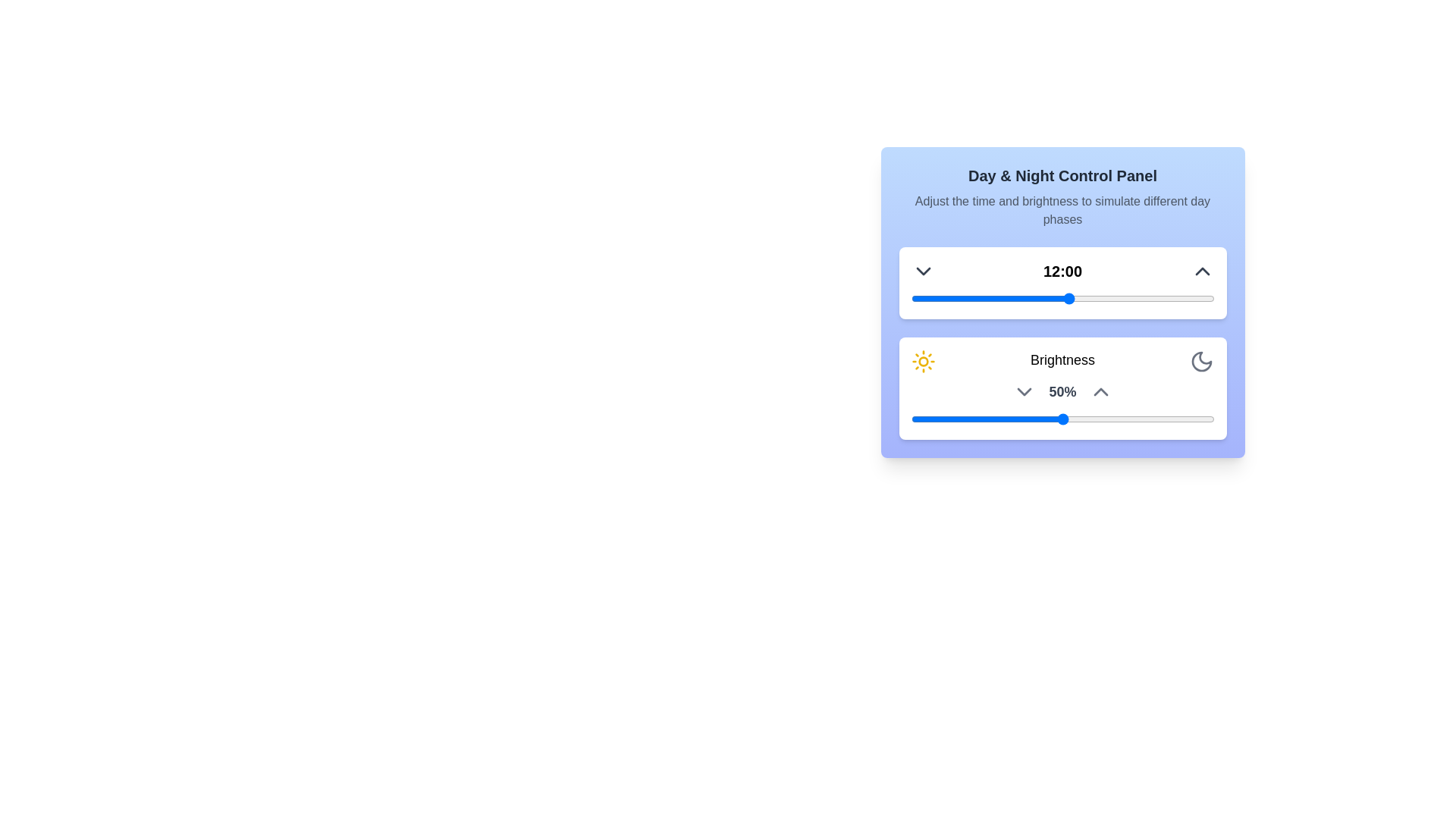  Describe the element at coordinates (928, 419) in the screenshot. I see `brightness` at that location.